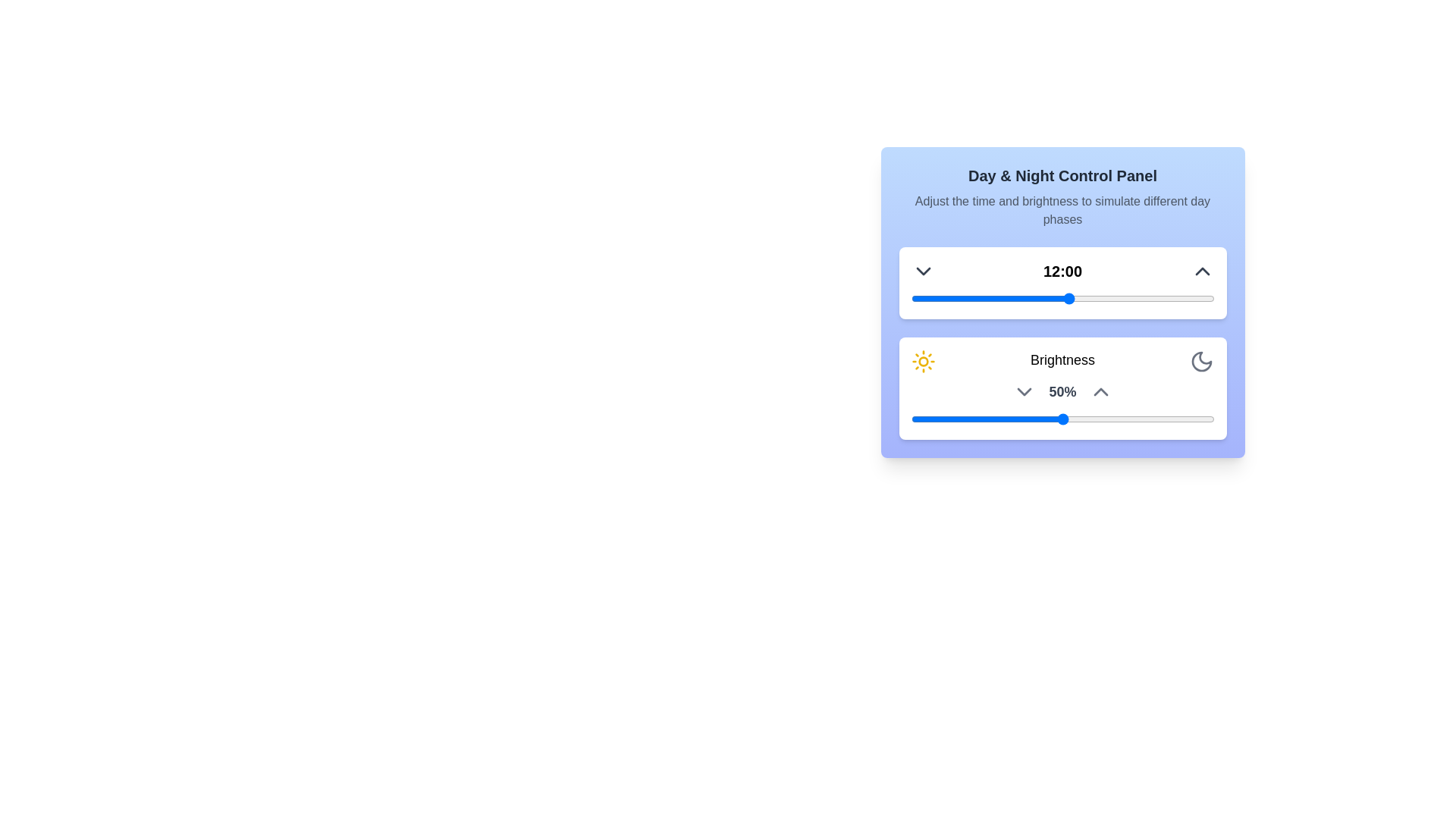  Describe the element at coordinates (928, 419) in the screenshot. I see `brightness` at that location.